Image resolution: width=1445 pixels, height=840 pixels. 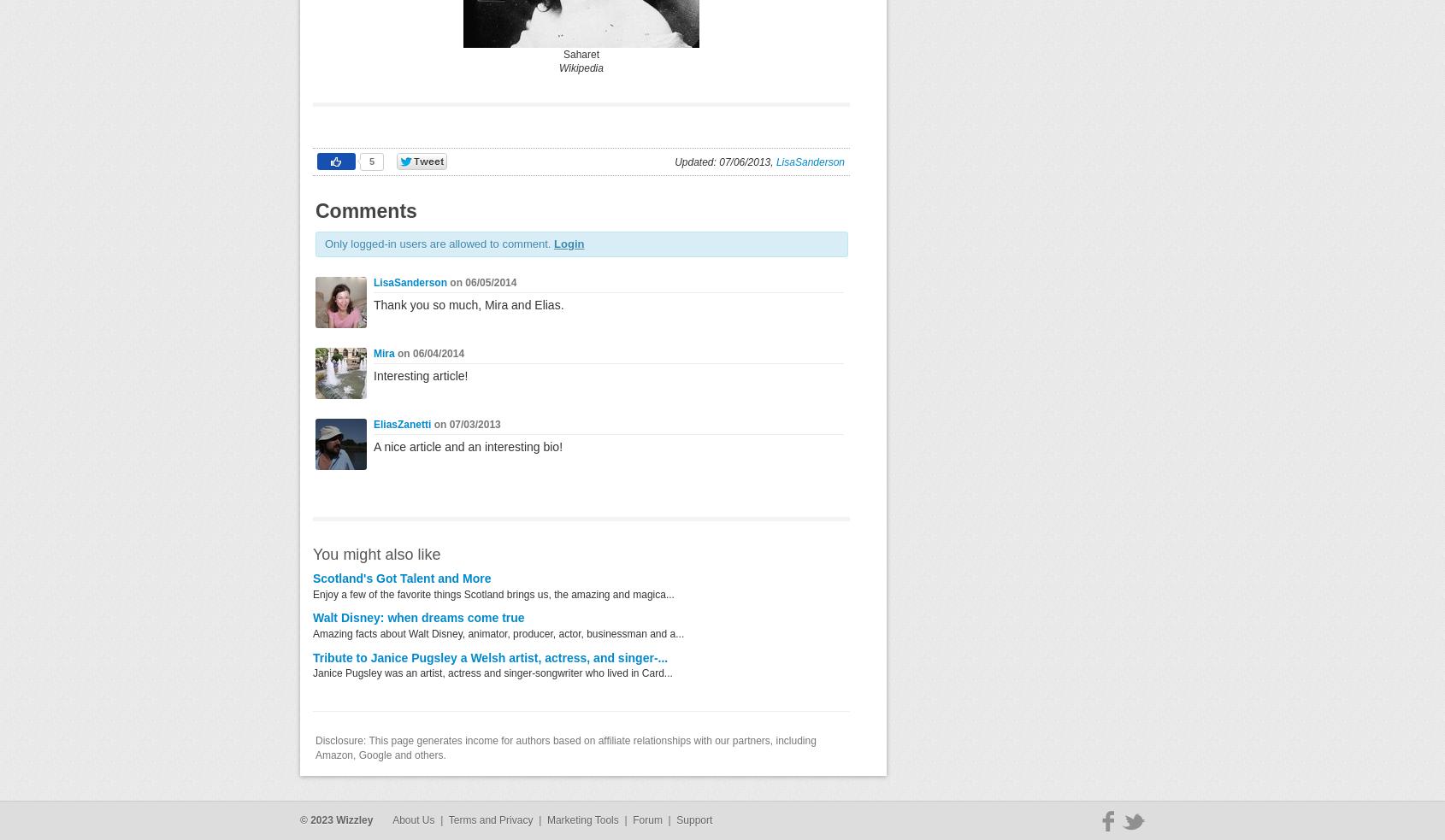 What do you see at coordinates (312, 577) in the screenshot?
I see `'Scotland's Got Talent and More'` at bounding box center [312, 577].